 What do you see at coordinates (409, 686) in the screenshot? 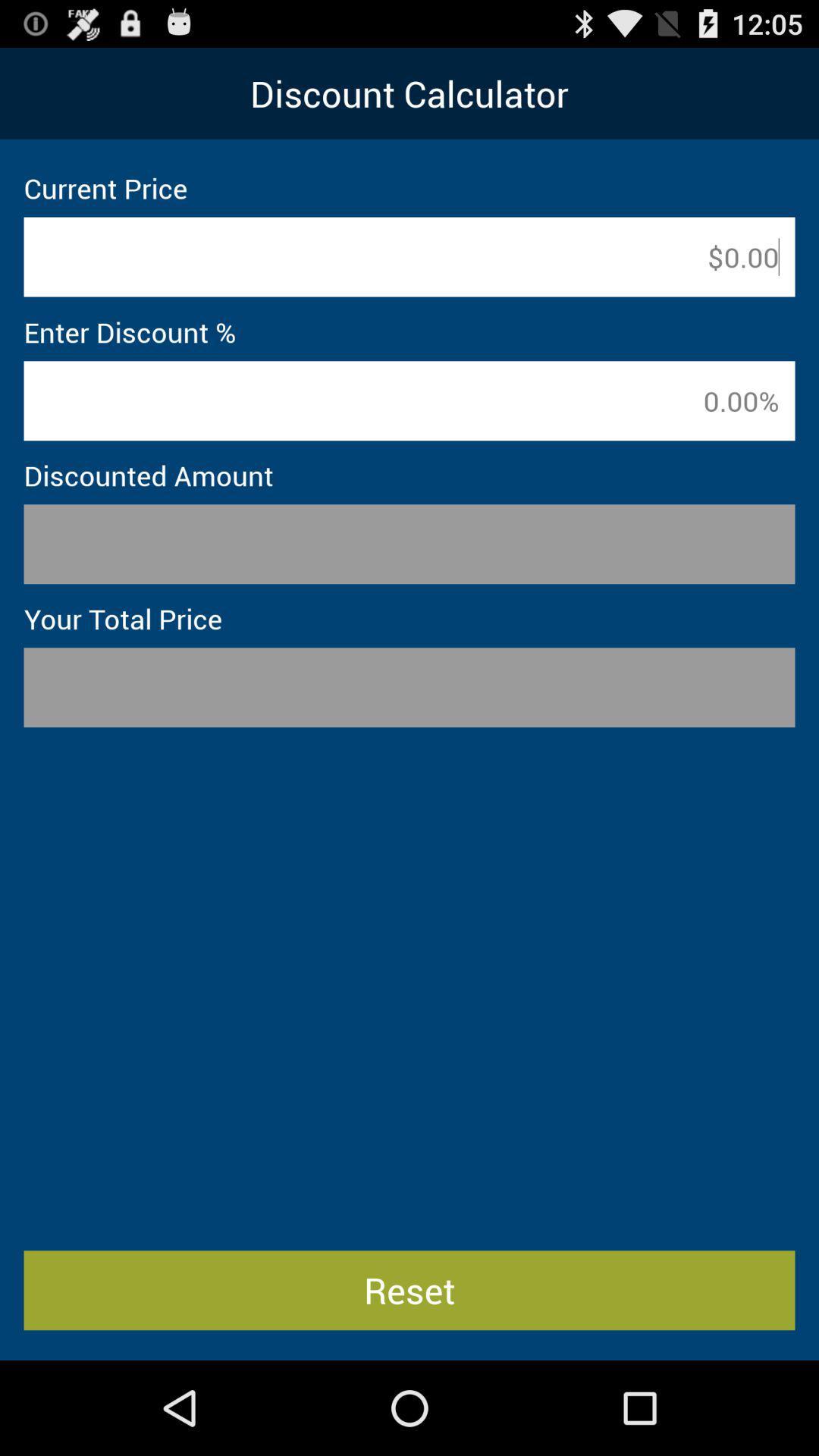
I see `total price` at bounding box center [409, 686].